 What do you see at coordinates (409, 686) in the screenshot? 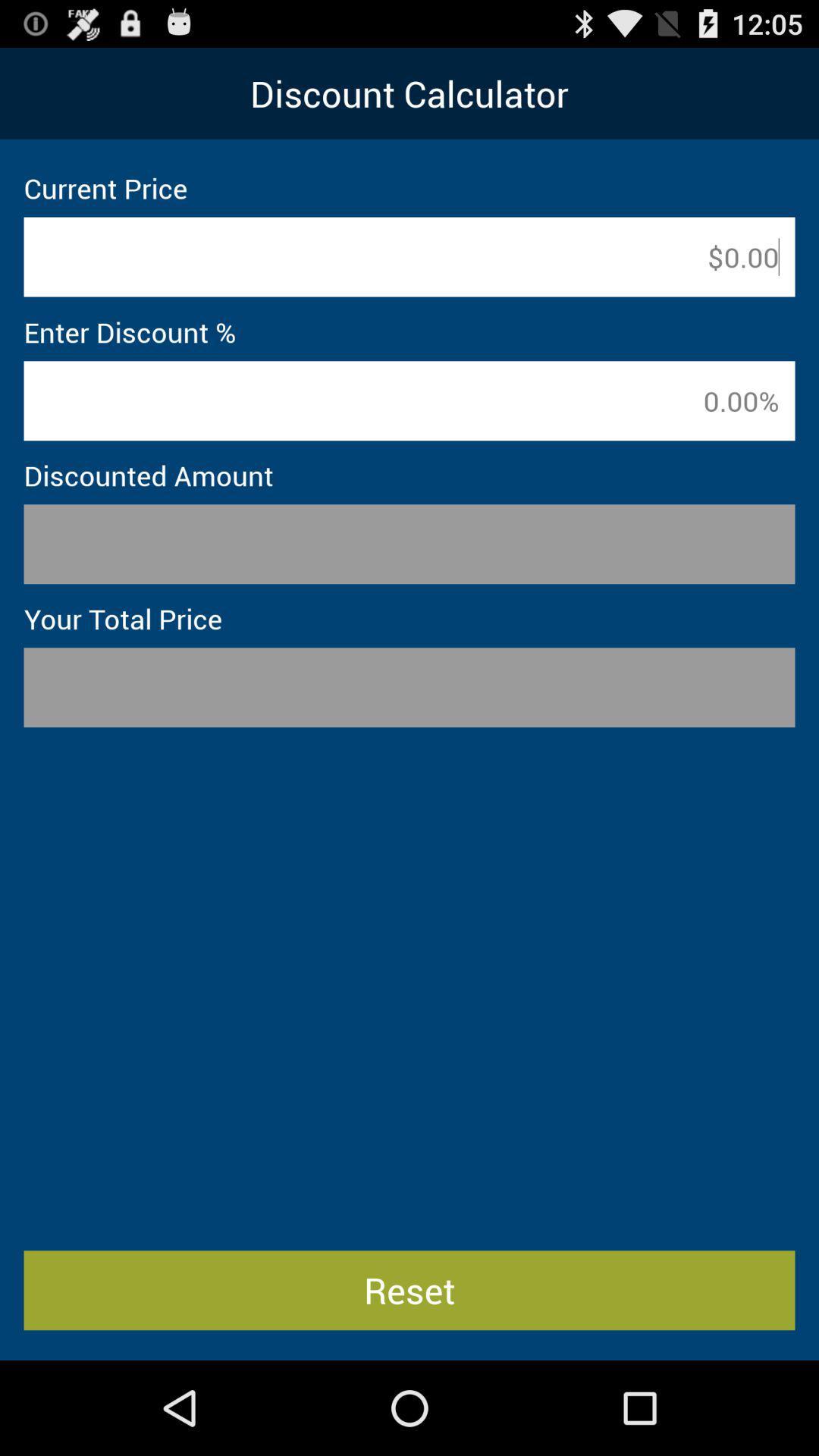
I see `total price` at bounding box center [409, 686].